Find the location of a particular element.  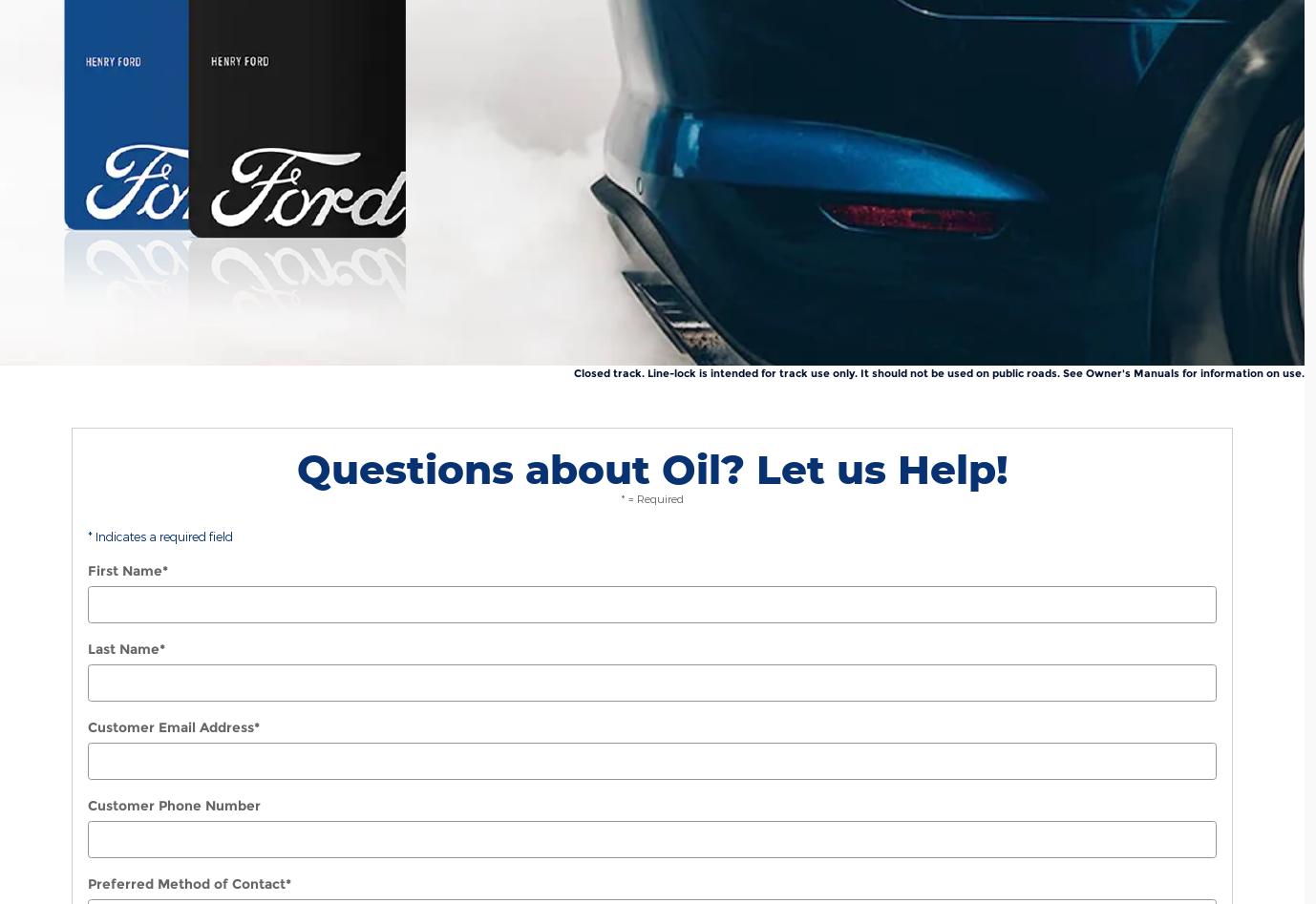

'Customer Phone Number' is located at coordinates (174, 805).